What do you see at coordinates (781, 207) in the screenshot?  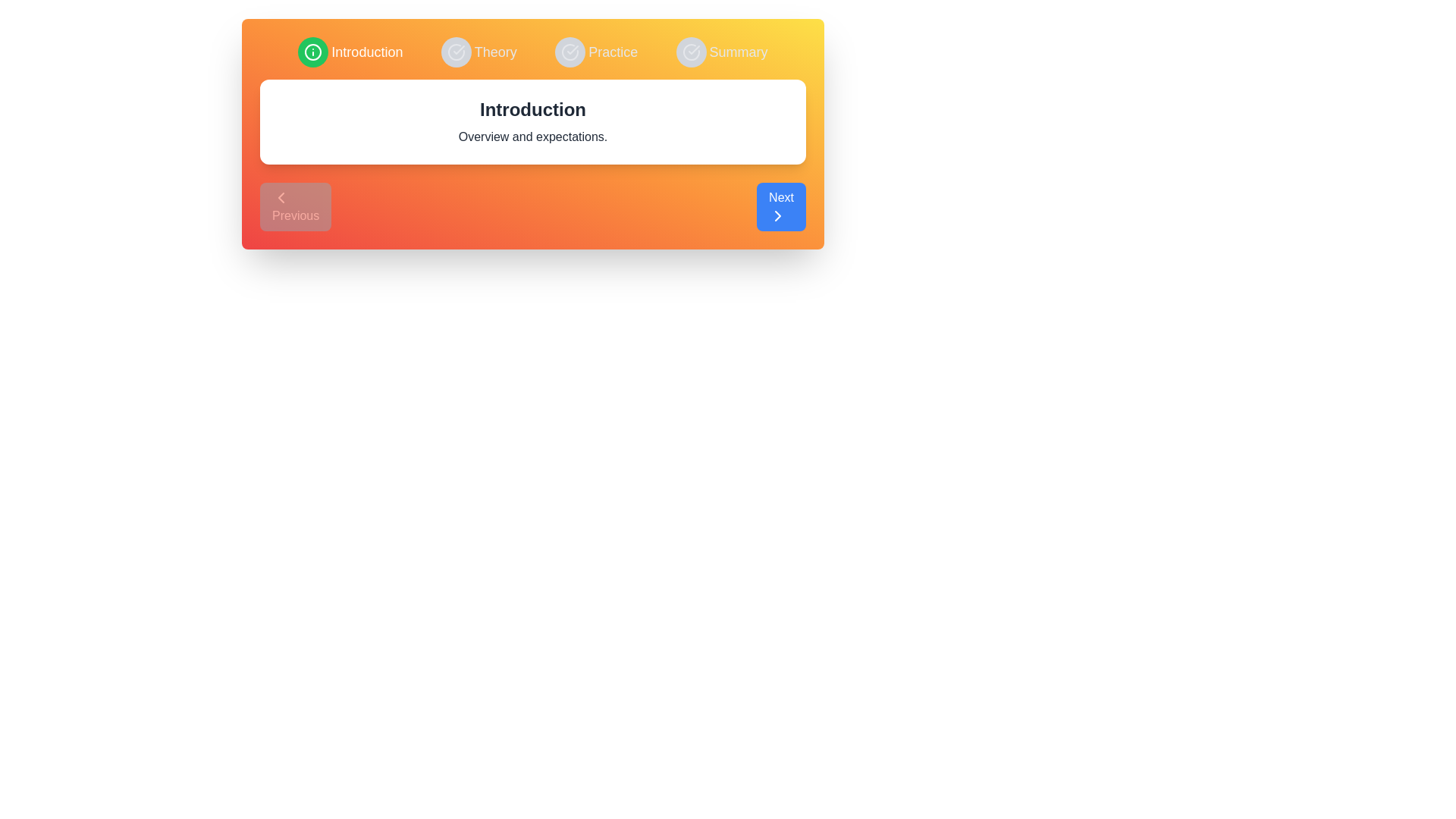 I see `'Next' button to navigate to the next stage` at bounding box center [781, 207].